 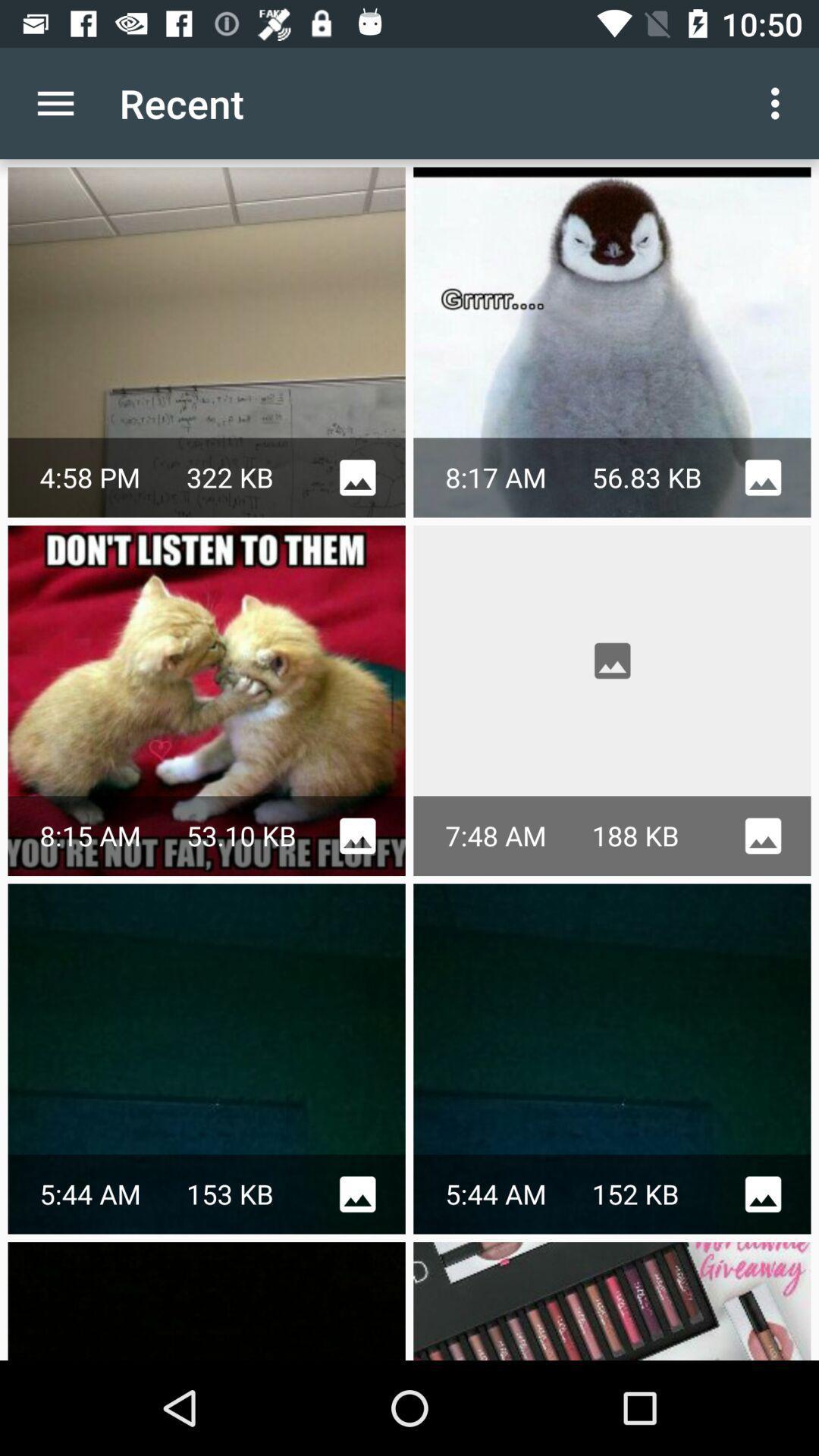 What do you see at coordinates (779, 102) in the screenshot?
I see `app next to recent app` at bounding box center [779, 102].